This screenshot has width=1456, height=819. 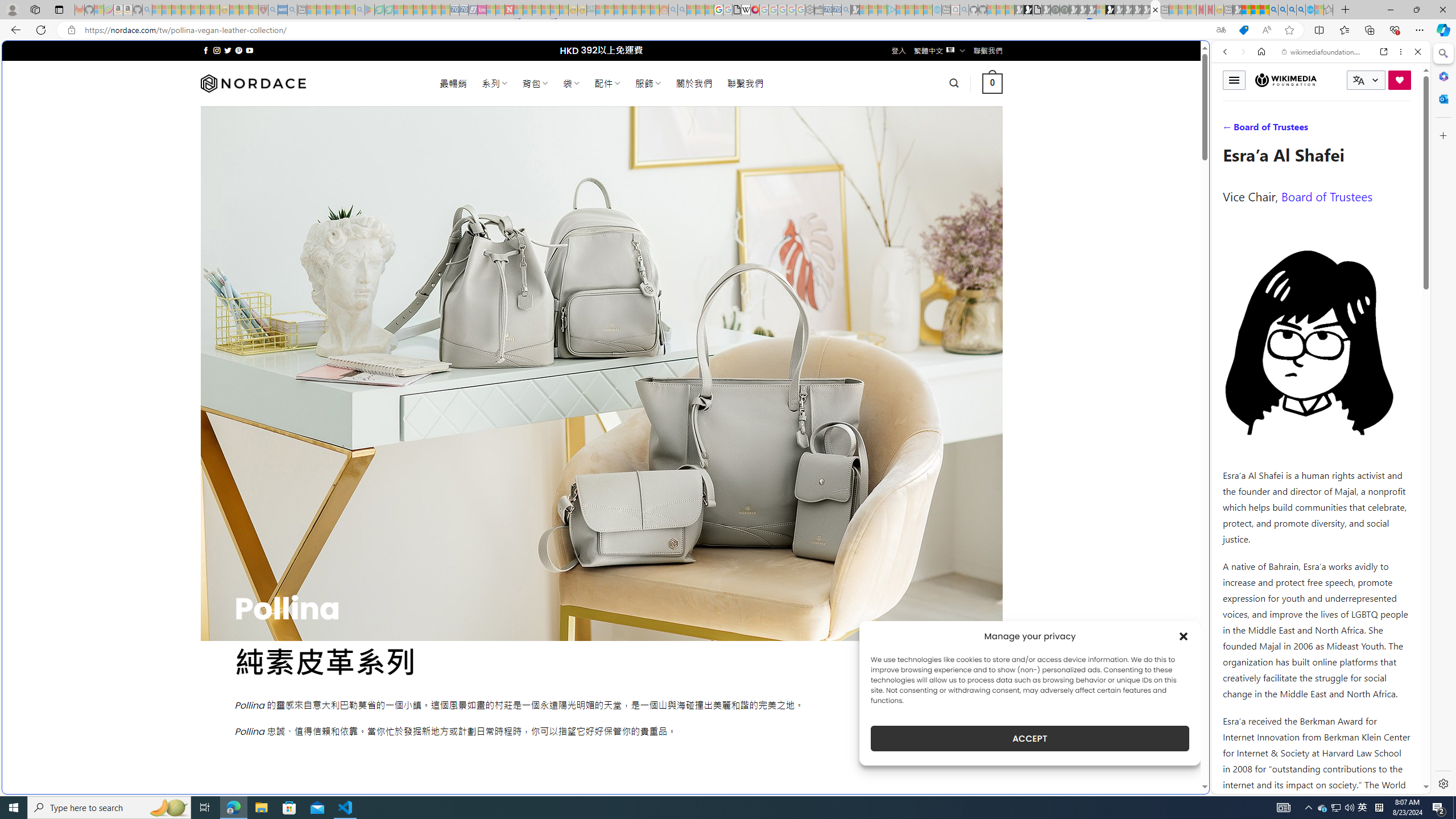 What do you see at coordinates (1155, 9) in the screenshot?
I see `'Nordace - Pollina Vegan Leather Collection'` at bounding box center [1155, 9].